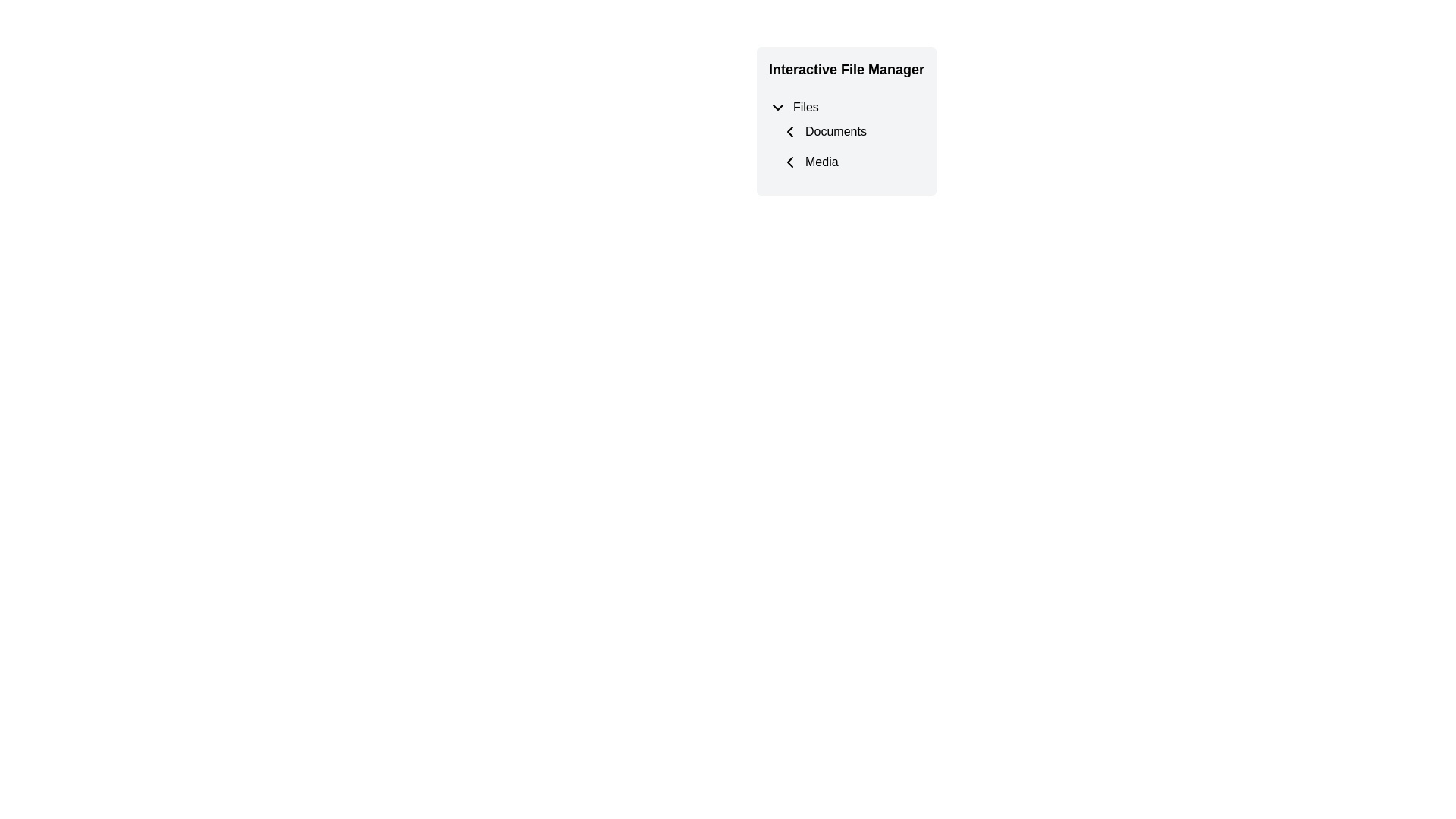 This screenshot has height=819, width=1456. What do you see at coordinates (846, 70) in the screenshot?
I see `the title/header Text element of the interactive file manager, which is positioned above the 'Files,' 'Documents,' and 'Media' sections` at bounding box center [846, 70].